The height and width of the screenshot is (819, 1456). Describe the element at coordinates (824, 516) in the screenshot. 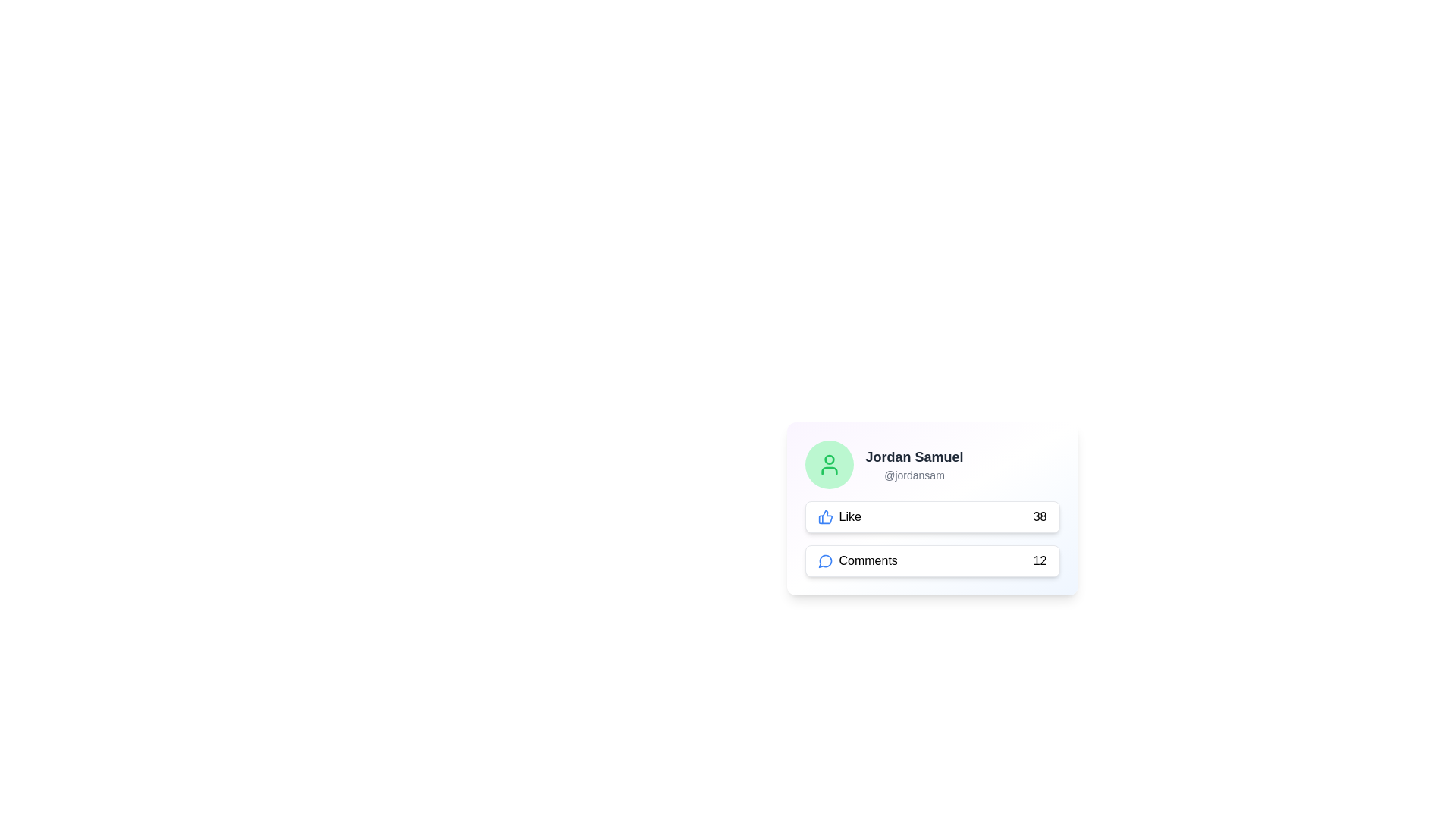

I see `the association of the thumbs-up icon with the 'Like' label` at that location.